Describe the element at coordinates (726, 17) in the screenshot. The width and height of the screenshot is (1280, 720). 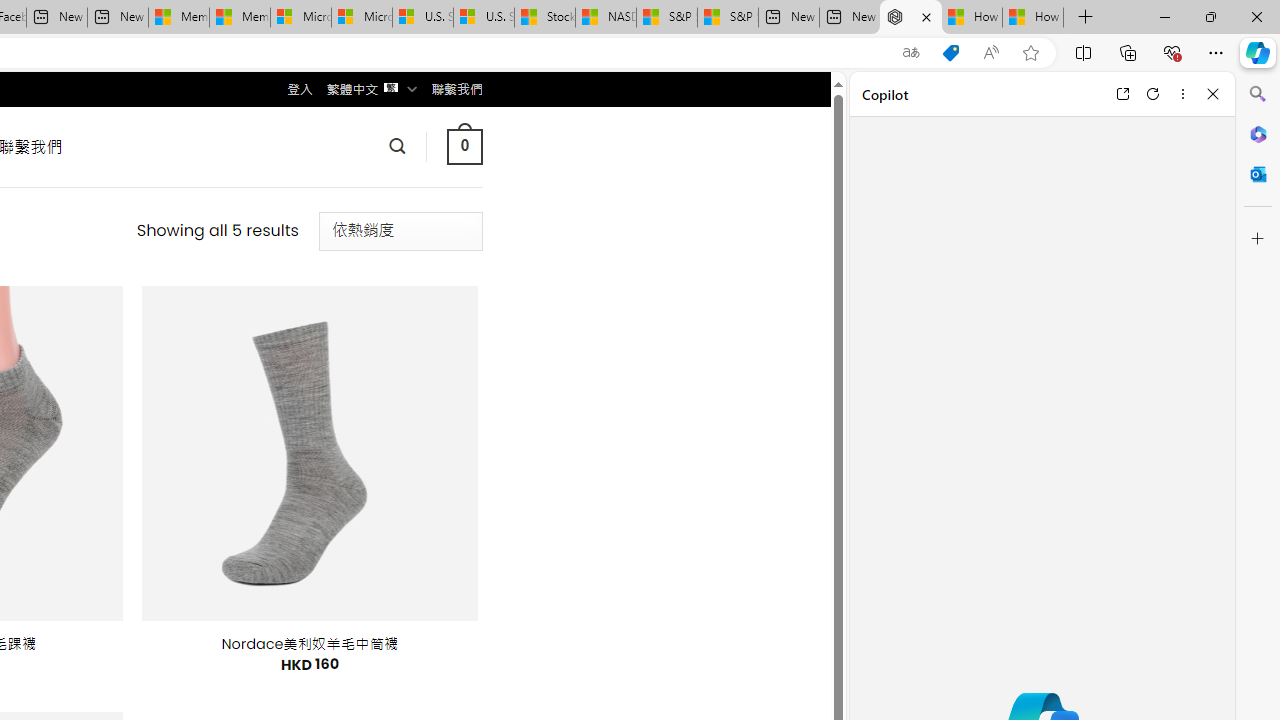
I see `'S&P 500, Nasdaq end lower, weighed by Nvidia dip | Watch'` at that location.